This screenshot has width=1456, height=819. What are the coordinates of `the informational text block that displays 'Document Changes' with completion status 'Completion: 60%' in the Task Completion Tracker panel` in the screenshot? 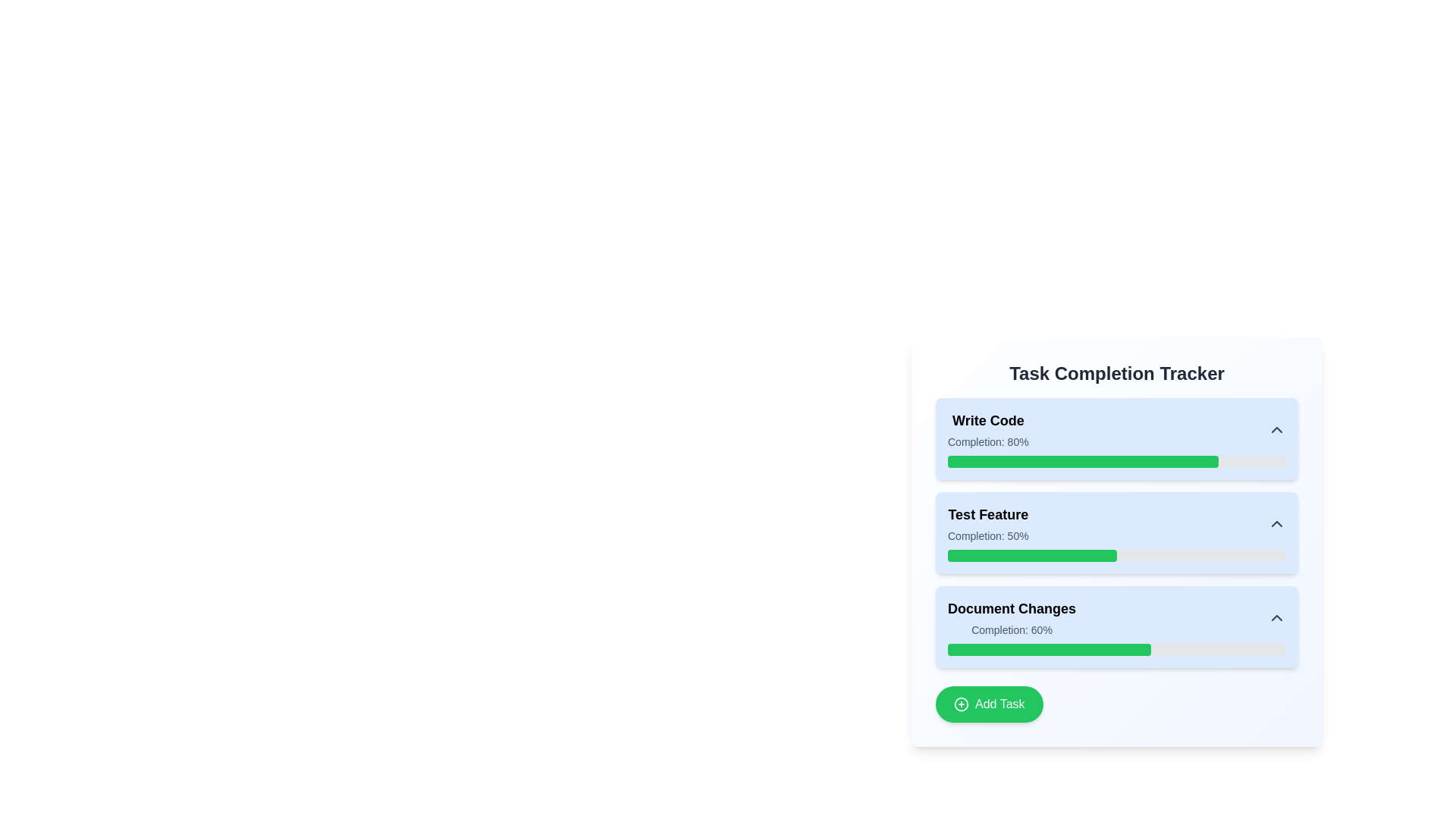 It's located at (1012, 617).